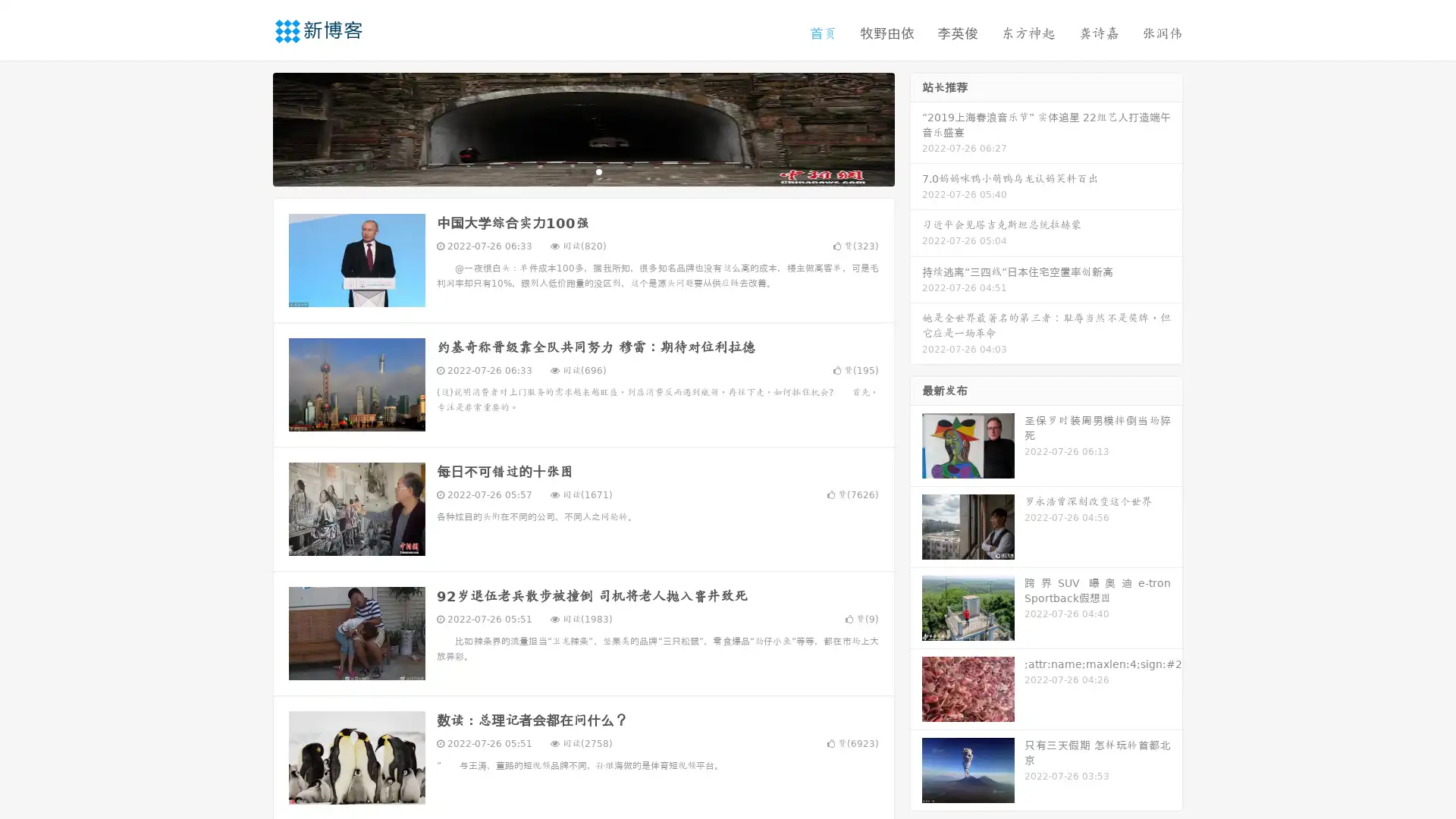 This screenshot has height=819, width=1456. I want to click on Go to slide 1, so click(567, 171).